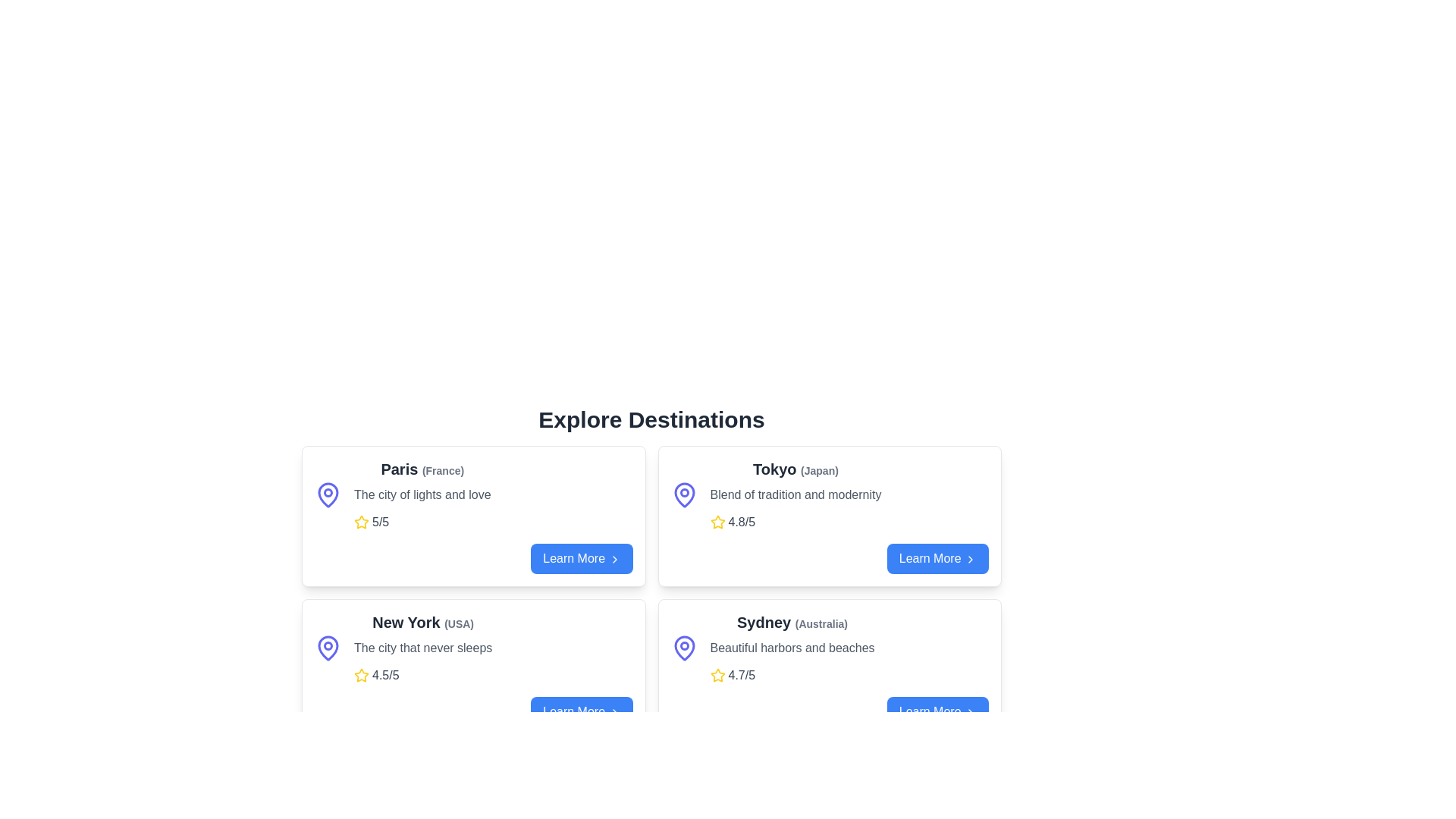 This screenshot has height=819, width=1456. What do you see at coordinates (683, 648) in the screenshot?
I see `the SVG pin icon representing the Sydney destination located in the bottom-right section of the grid card titled 'Sydney (Australia)'` at bounding box center [683, 648].